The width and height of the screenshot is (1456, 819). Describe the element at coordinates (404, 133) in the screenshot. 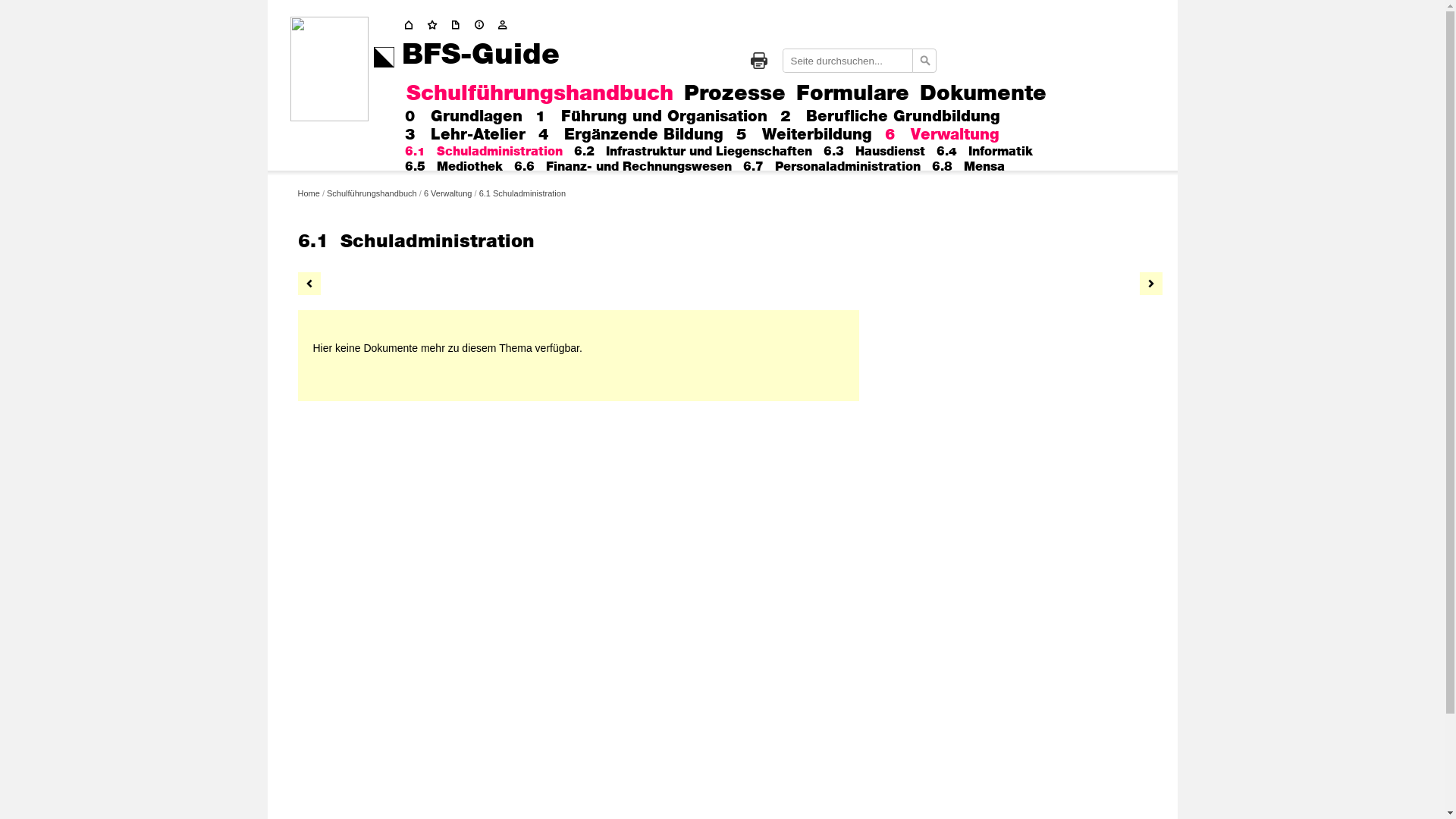

I see `'3   Lehr-Atelier'` at that location.